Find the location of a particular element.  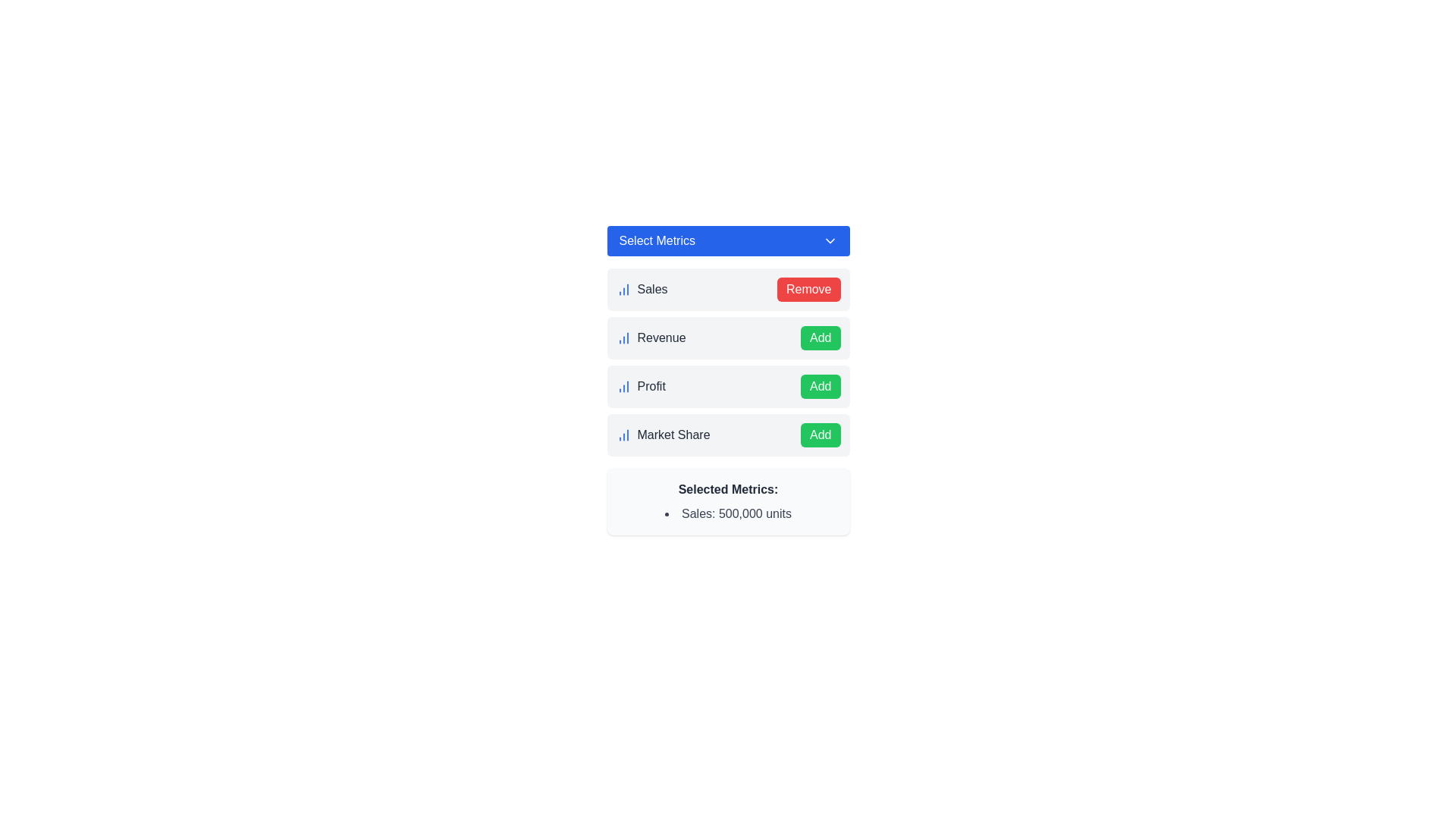

the 'Add' button associated with the 'Profit' list item in the metrics selection menu is located at coordinates (728, 376).